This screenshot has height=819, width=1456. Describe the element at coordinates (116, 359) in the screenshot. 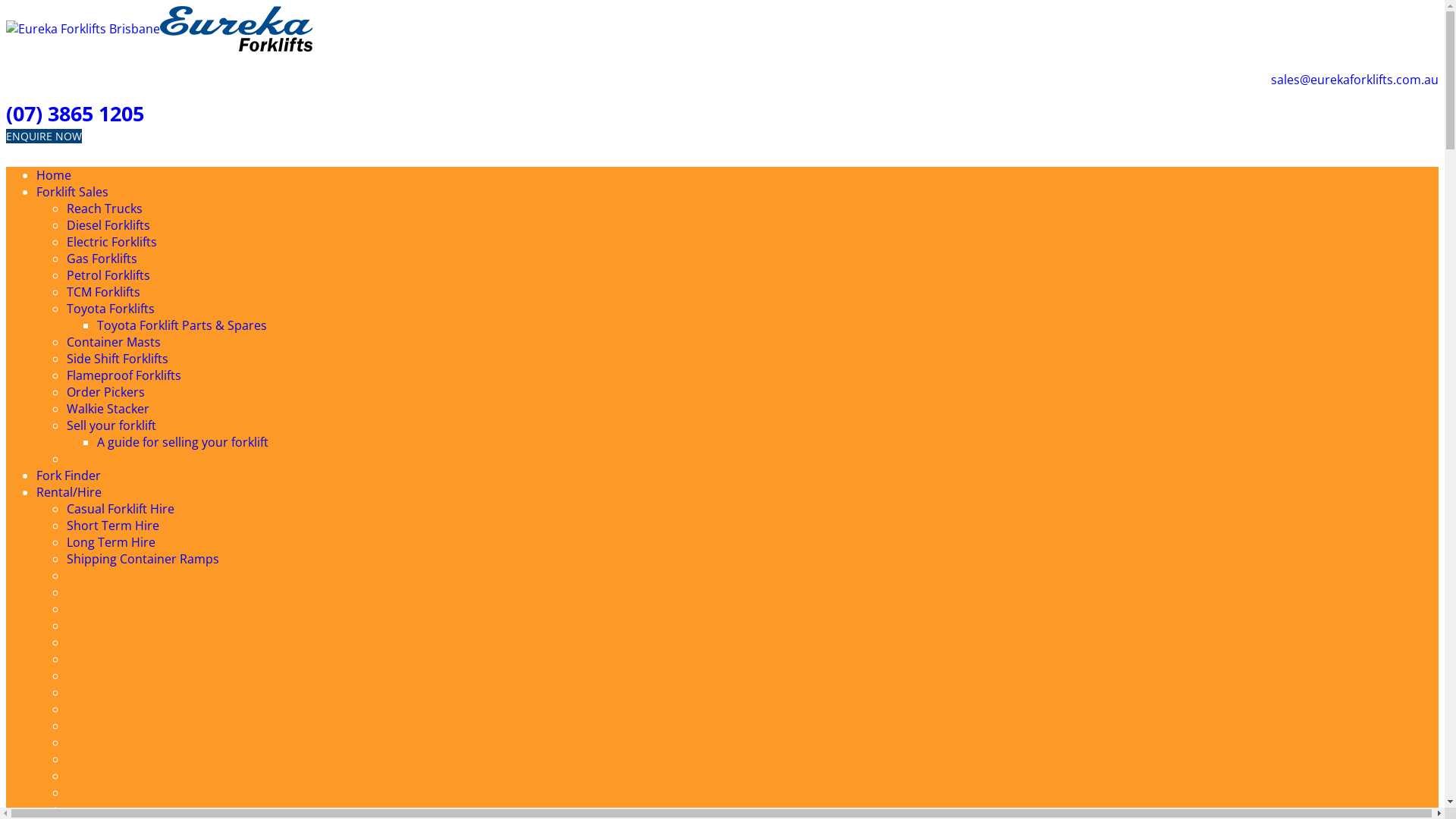

I see `'Side Shift Forklifts'` at that location.